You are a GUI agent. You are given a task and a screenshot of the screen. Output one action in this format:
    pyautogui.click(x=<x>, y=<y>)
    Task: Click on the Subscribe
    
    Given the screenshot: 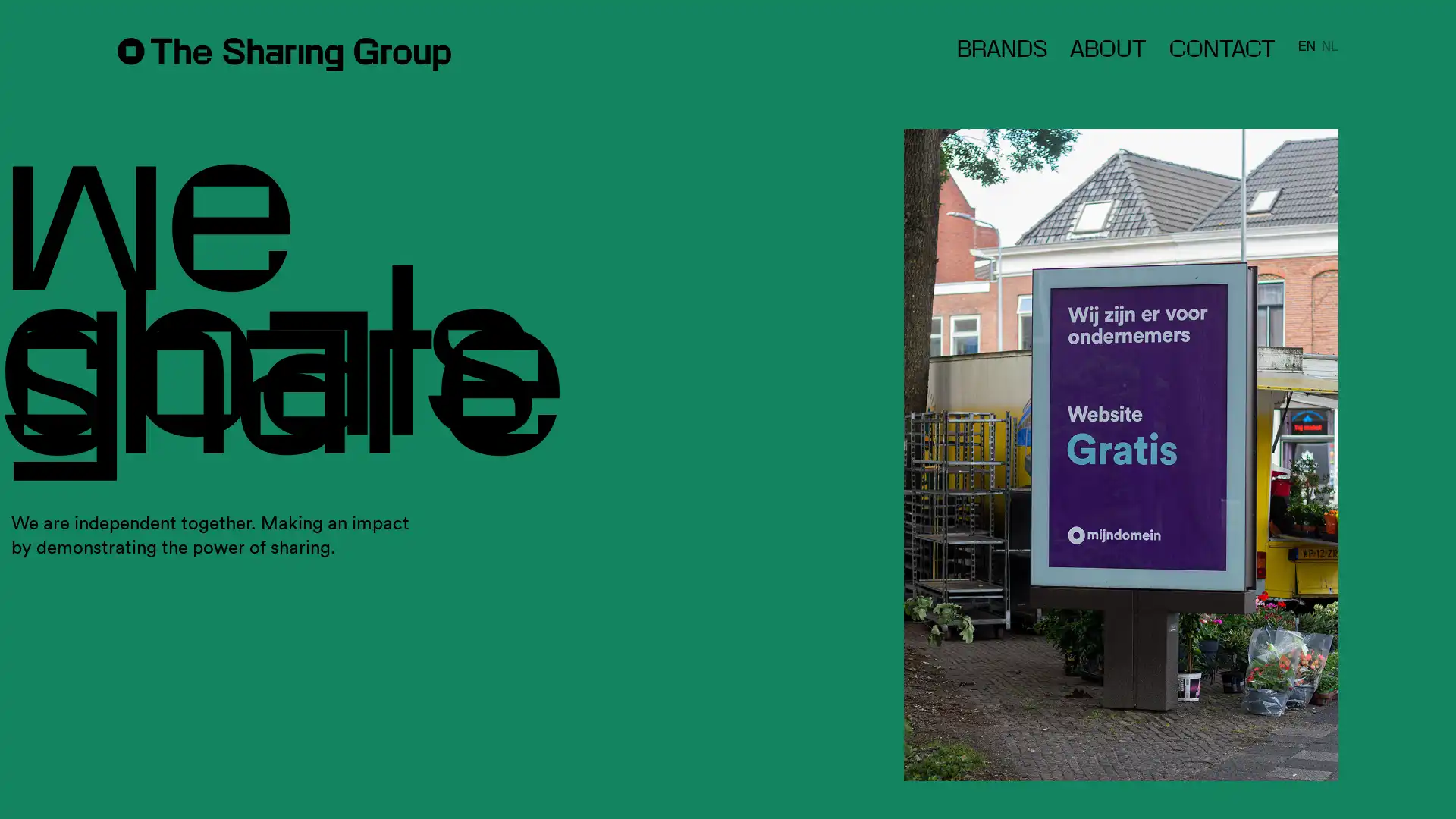 What is the action you would take?
    pyautogui.click(x=1251, y=617)
    